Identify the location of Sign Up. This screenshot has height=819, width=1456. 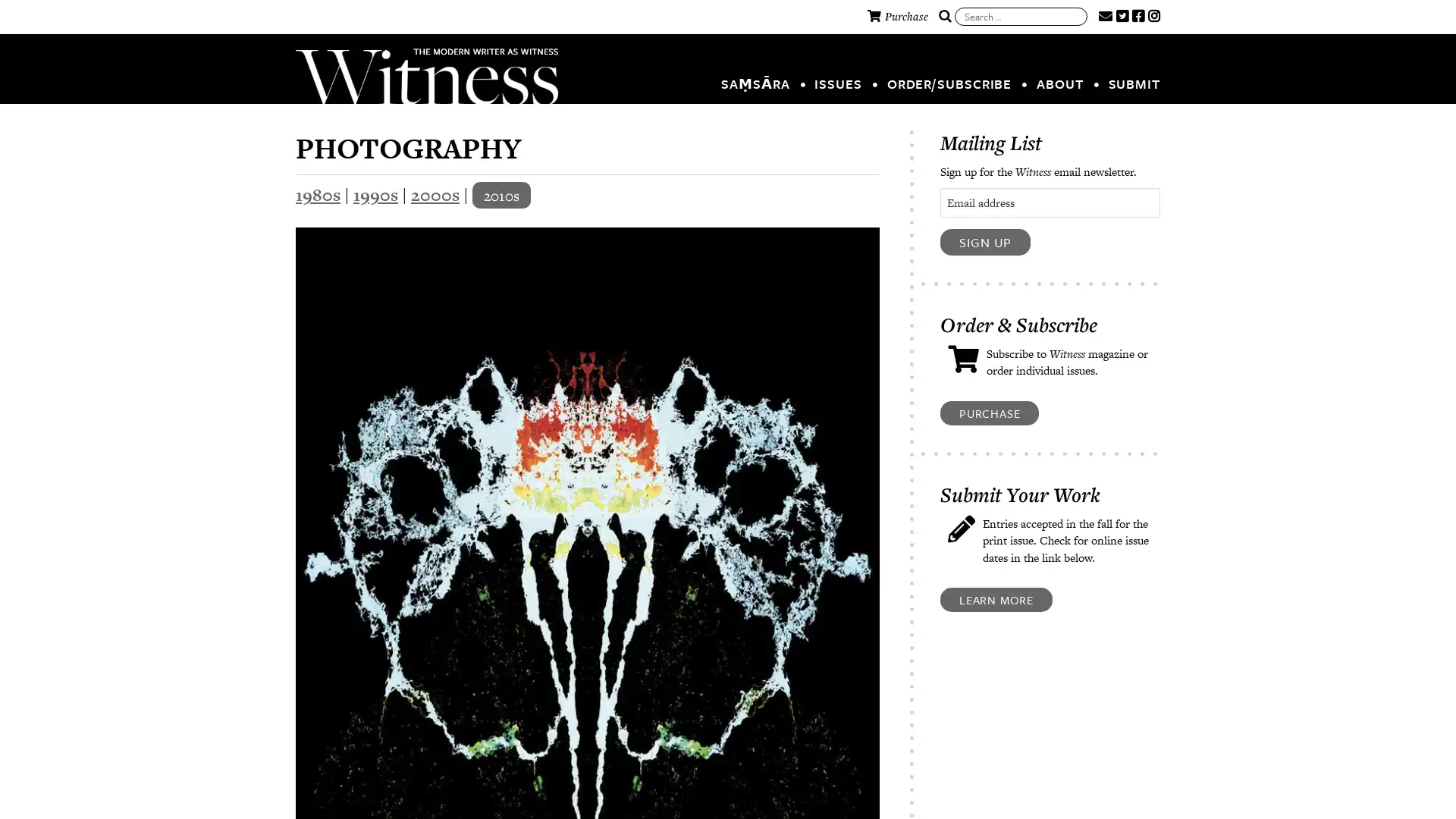
(985, 241).